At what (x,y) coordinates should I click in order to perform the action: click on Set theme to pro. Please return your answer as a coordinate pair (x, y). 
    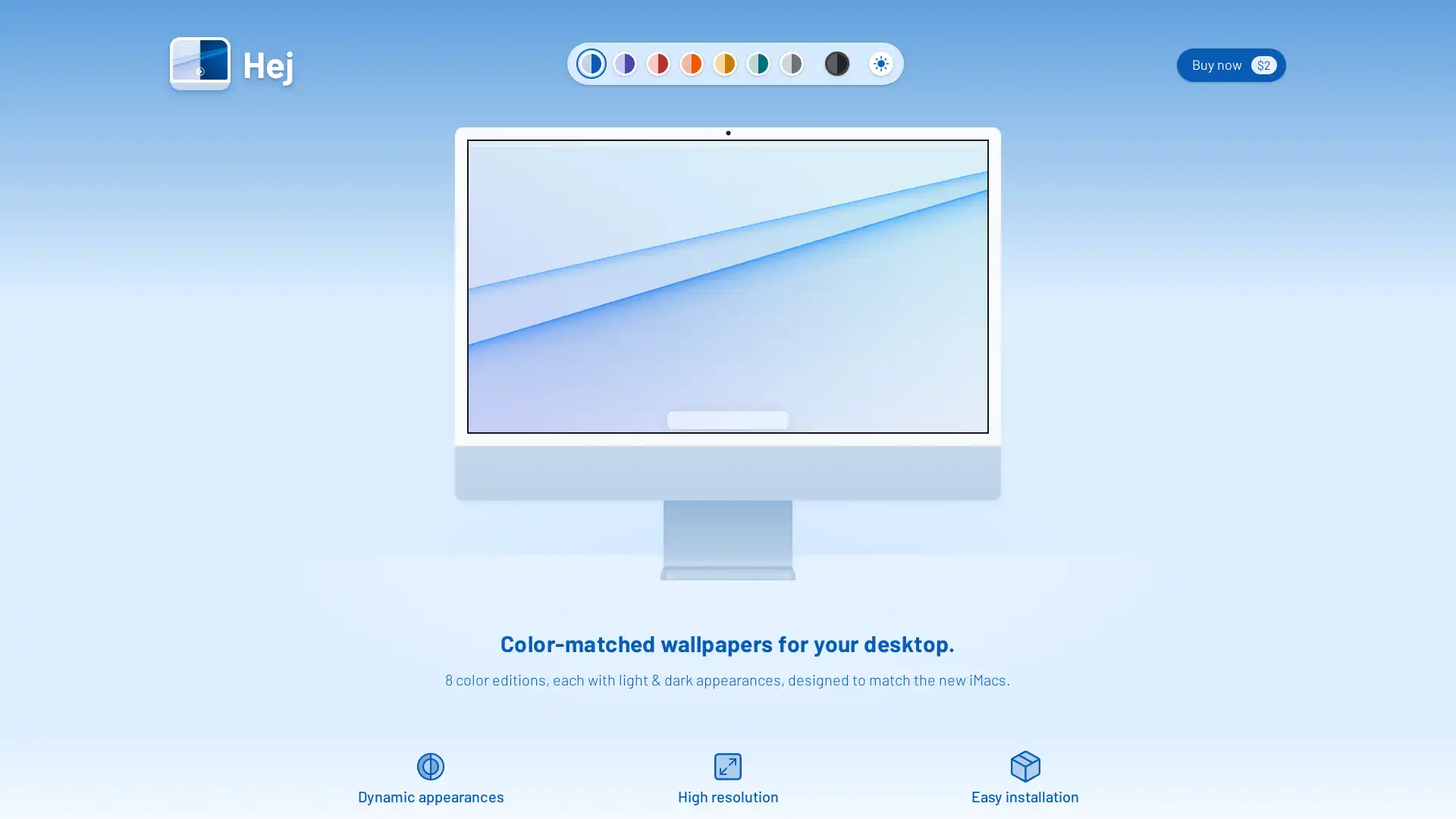
    Looking at the image, I should click on (836, 63).